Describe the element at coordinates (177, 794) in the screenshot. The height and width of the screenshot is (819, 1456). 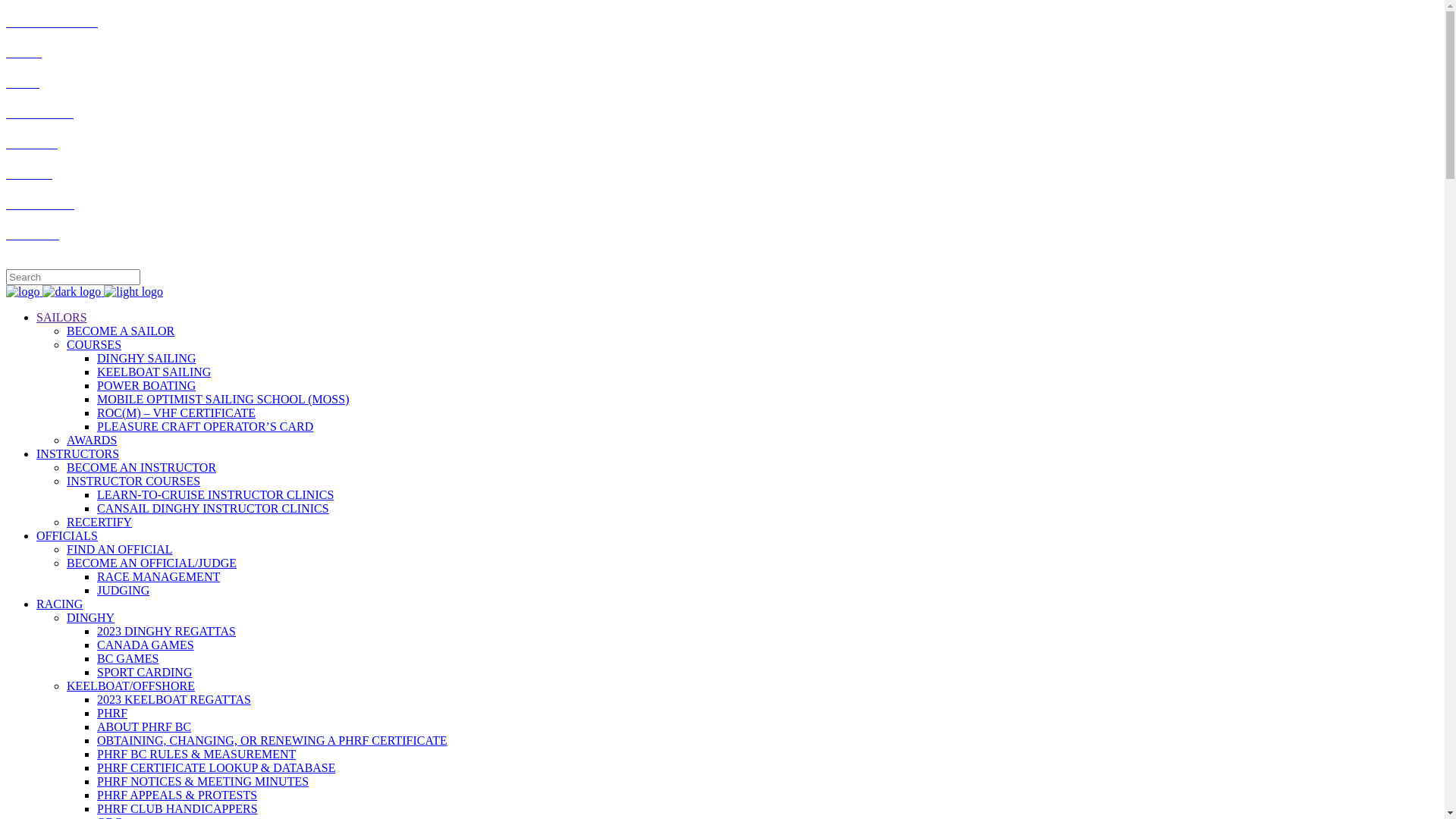
I see `'PHRF APPEALS & PROTESTS'` at that location.